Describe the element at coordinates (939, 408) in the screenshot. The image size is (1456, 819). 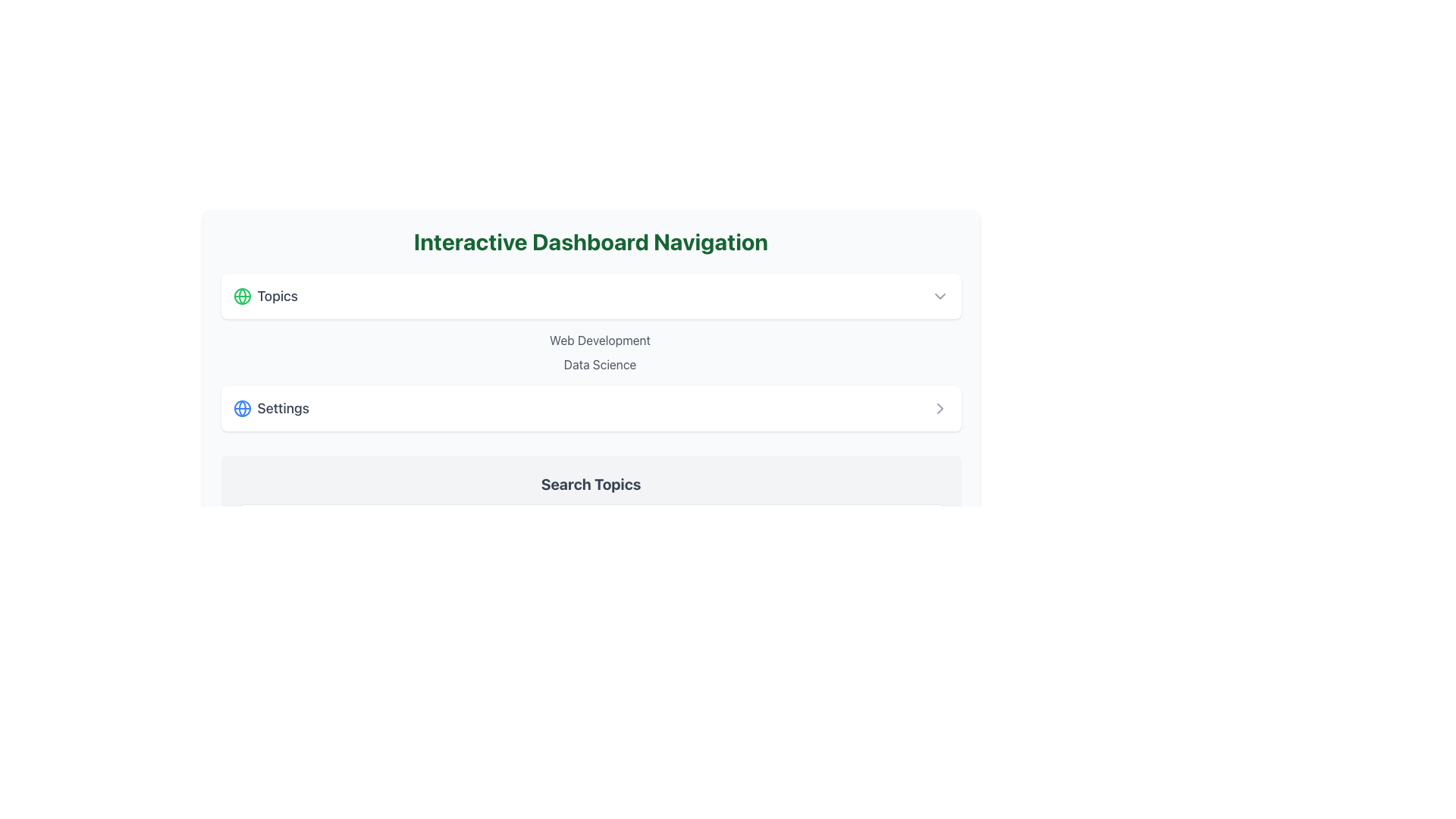
I see `the Chevron Icon located at the rightmost side of the 'Settings' menu option` at that location.